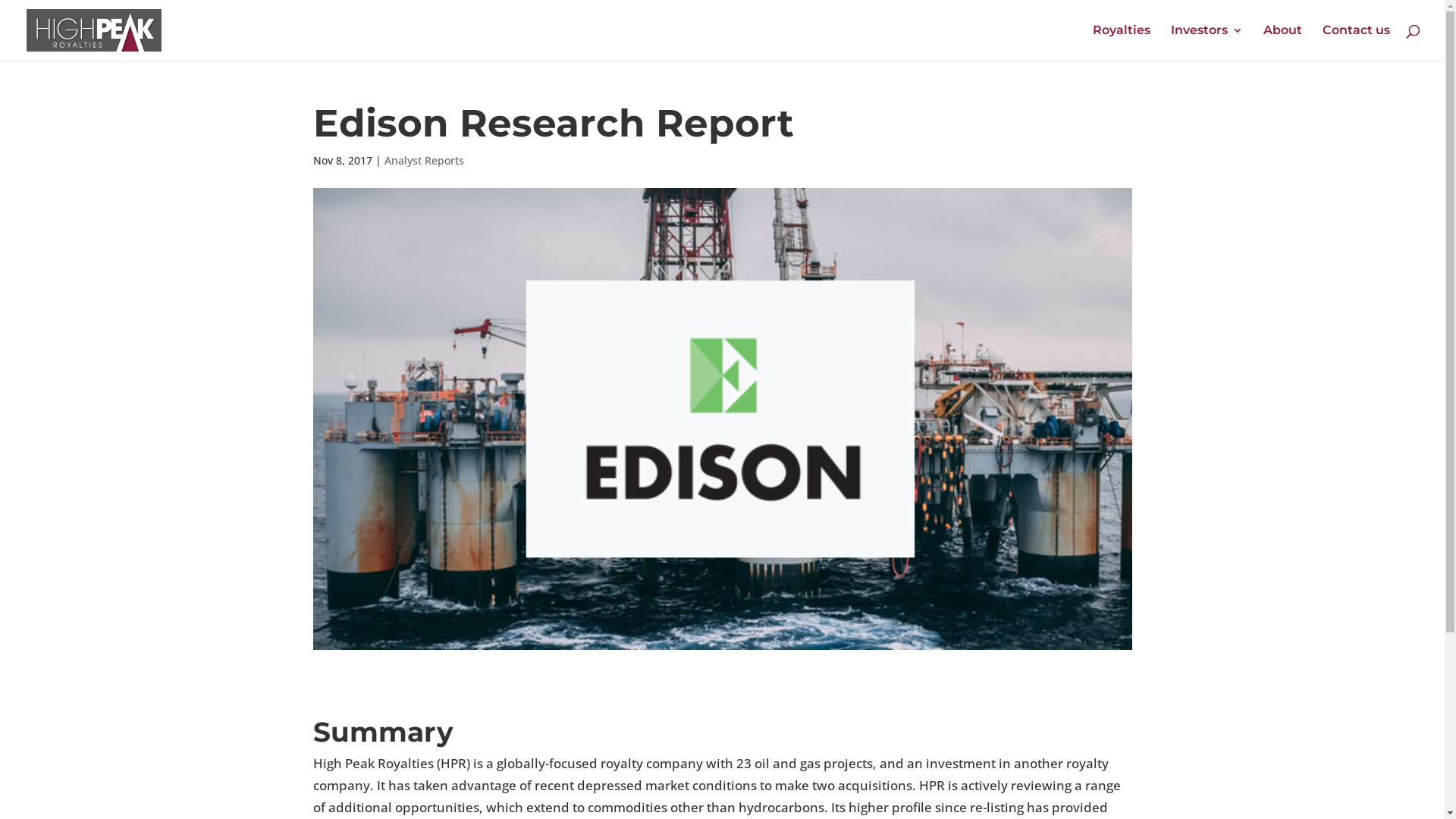 This screenshot has width=1456, height=819. What do you see at coordinates (1356, 42) in the screenshot?
I see `'Contact us'` at bounding box center [1356, 42].